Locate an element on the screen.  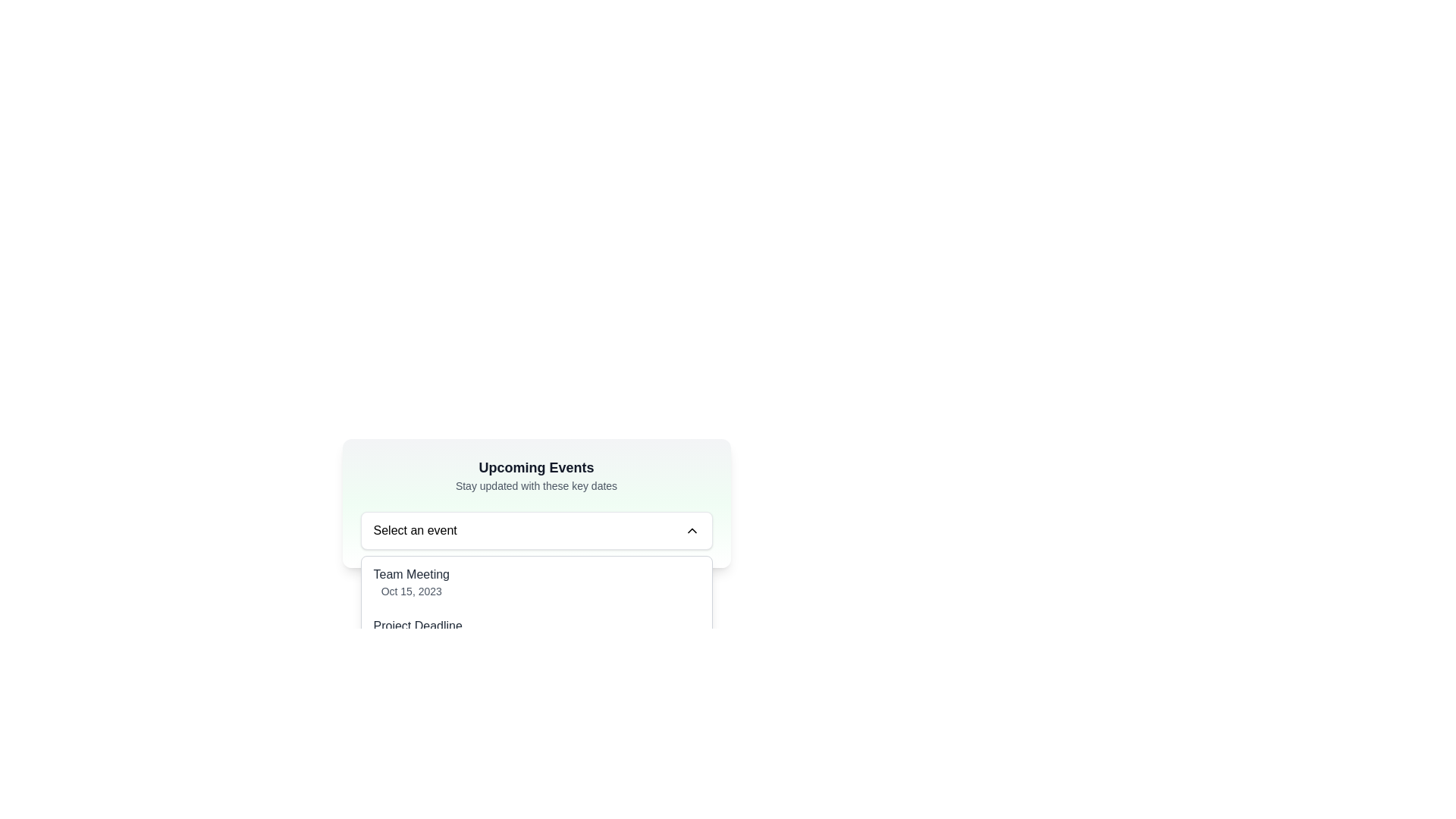
the second item in the dropdown menu under 'Upcoming Events' is located at coordinates (536, 634).